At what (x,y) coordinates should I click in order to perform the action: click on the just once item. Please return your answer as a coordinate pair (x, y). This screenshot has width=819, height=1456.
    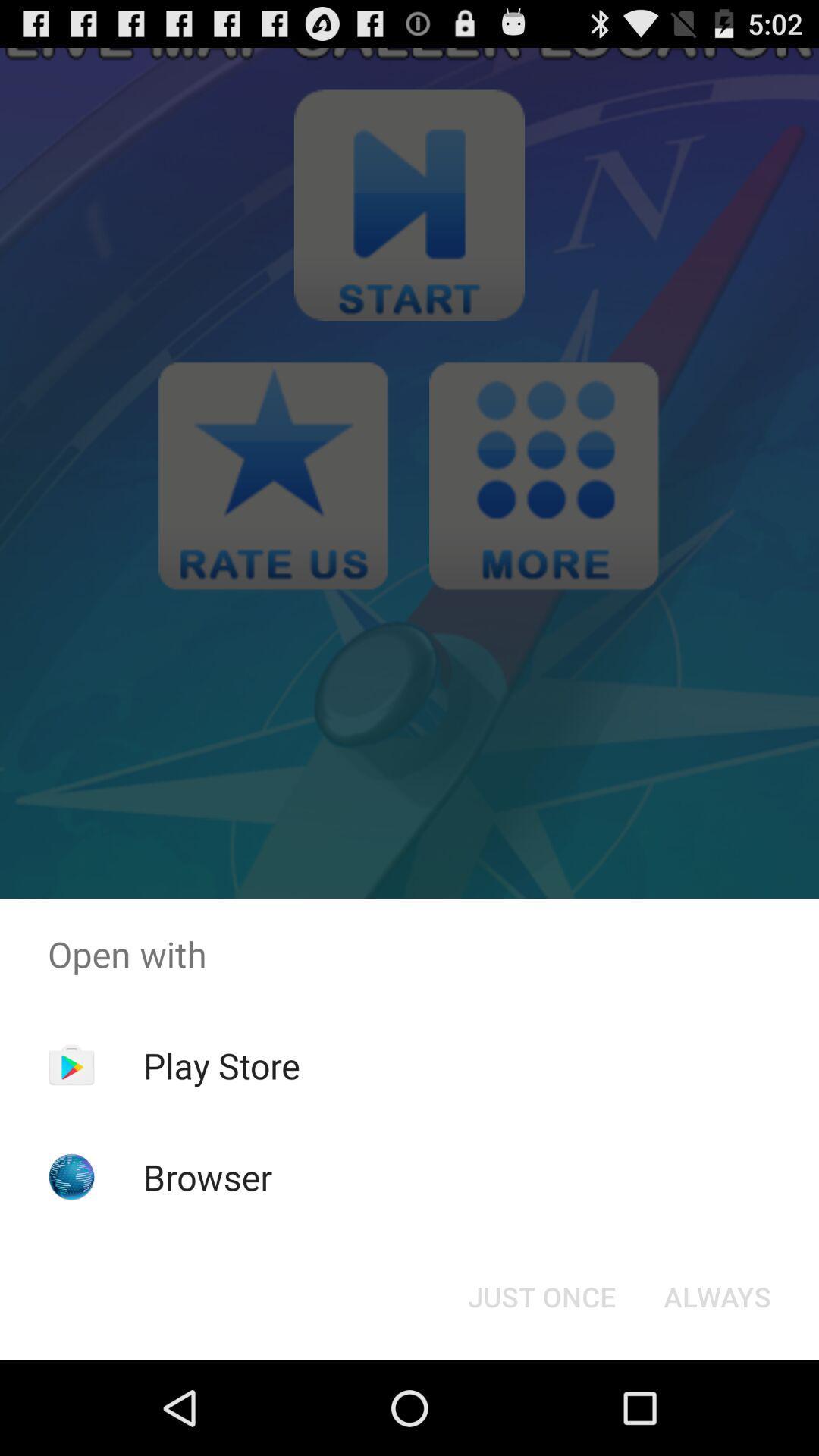
    Looking at the image, I should click on (541, 1295).